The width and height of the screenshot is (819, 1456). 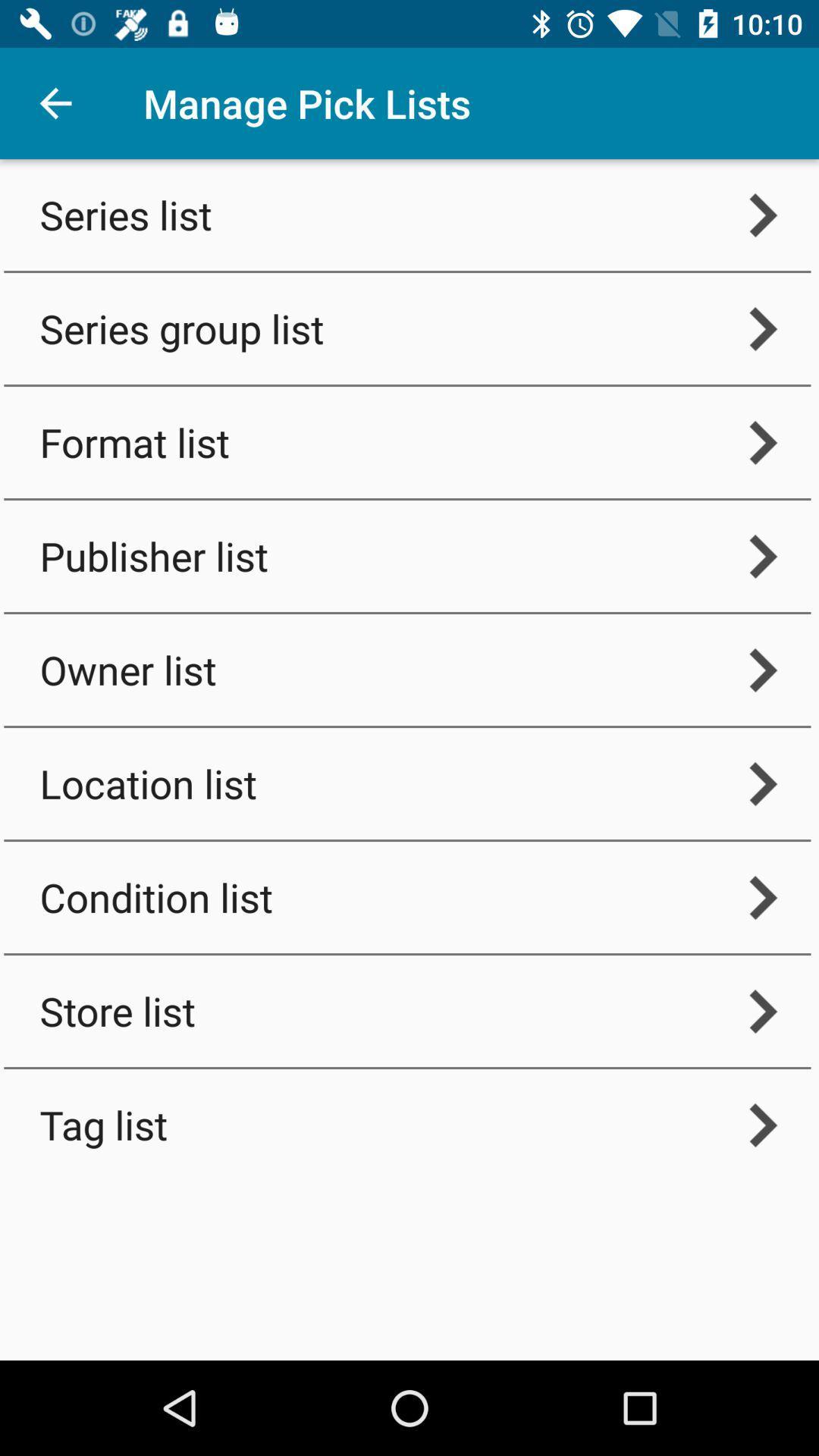 I want to click on the icon next to the manage pick lists, so click(x=55, y=102).